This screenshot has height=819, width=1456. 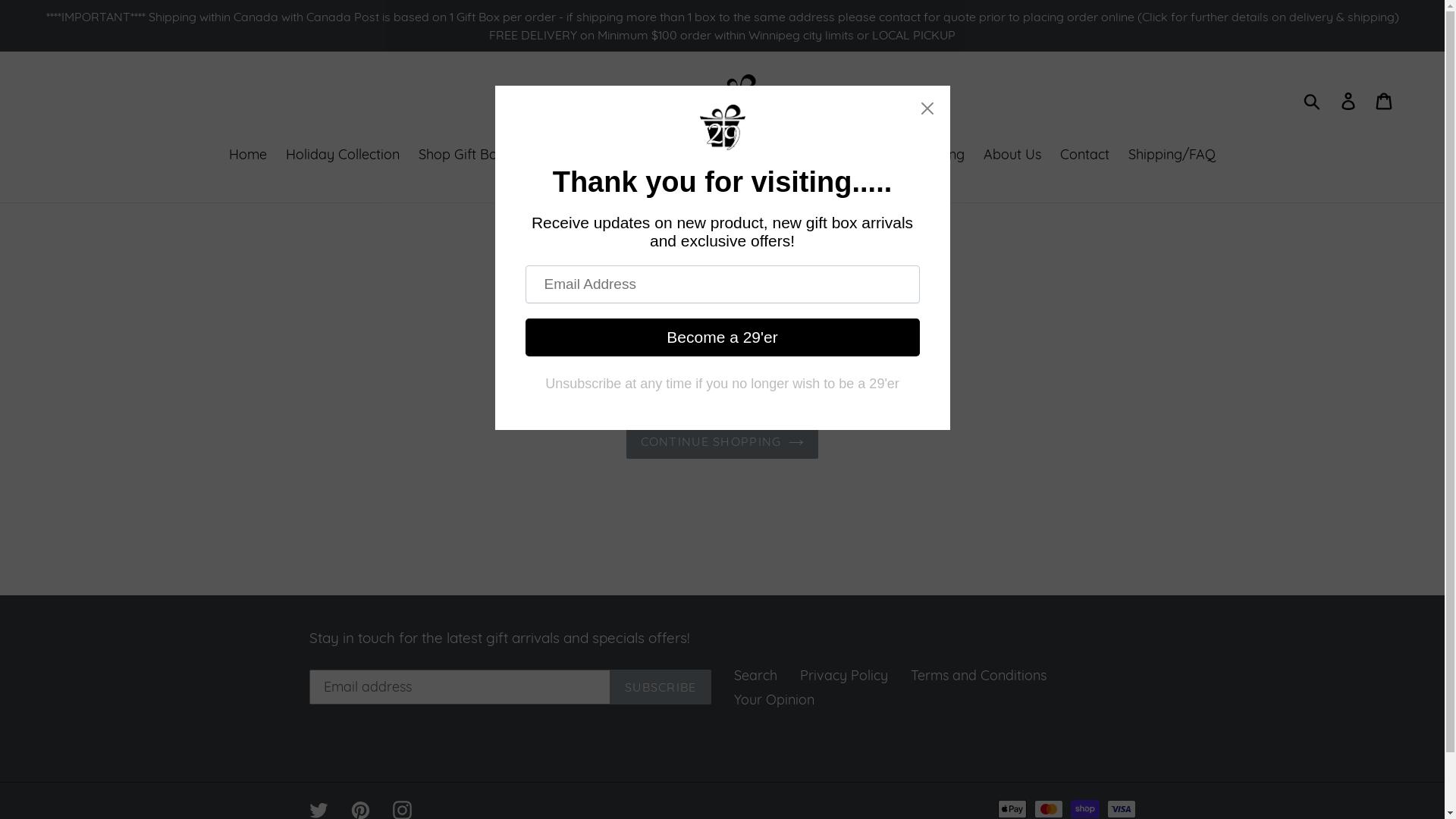 What do you see at coordinates (1385, 99) in the screenshot?
I see `'Cart'` at bounding box center [1385, 99].